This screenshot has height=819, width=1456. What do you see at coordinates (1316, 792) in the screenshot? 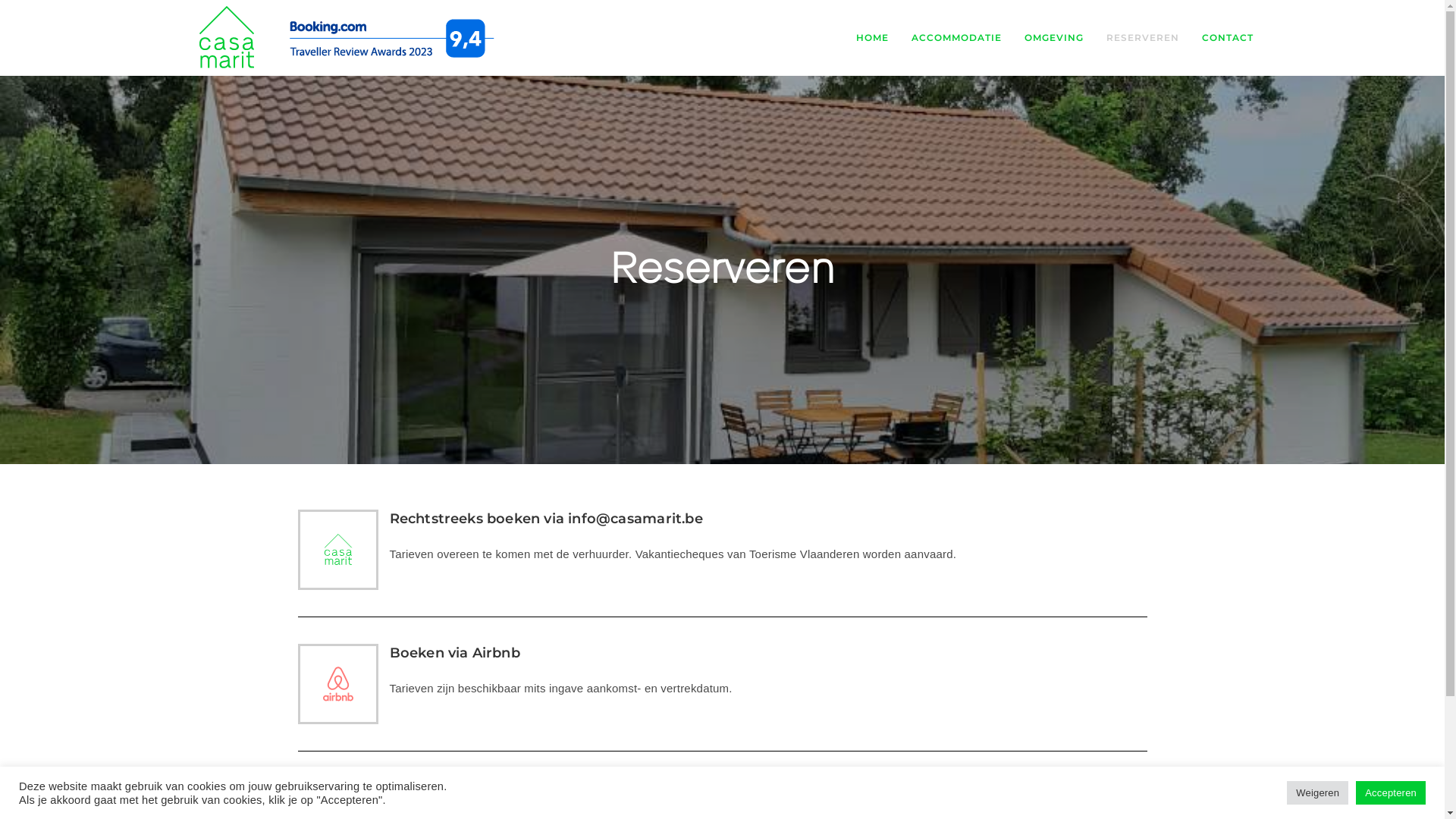
I see `'Weigeren'` at bounding box center [1316, 792].